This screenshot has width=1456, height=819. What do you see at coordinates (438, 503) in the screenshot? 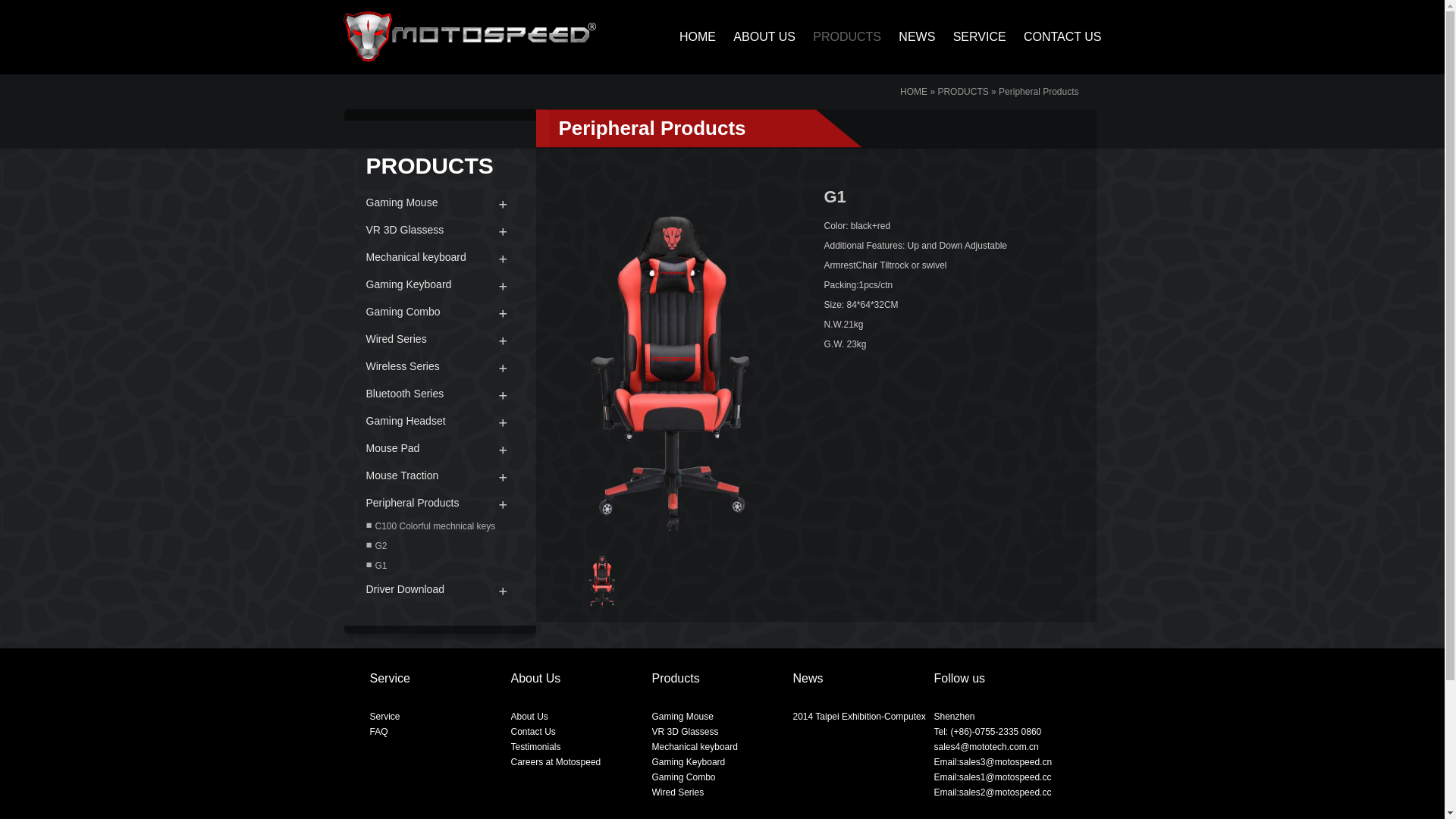
I see `'Peripheral Products'` at bounding box center [438, 503].